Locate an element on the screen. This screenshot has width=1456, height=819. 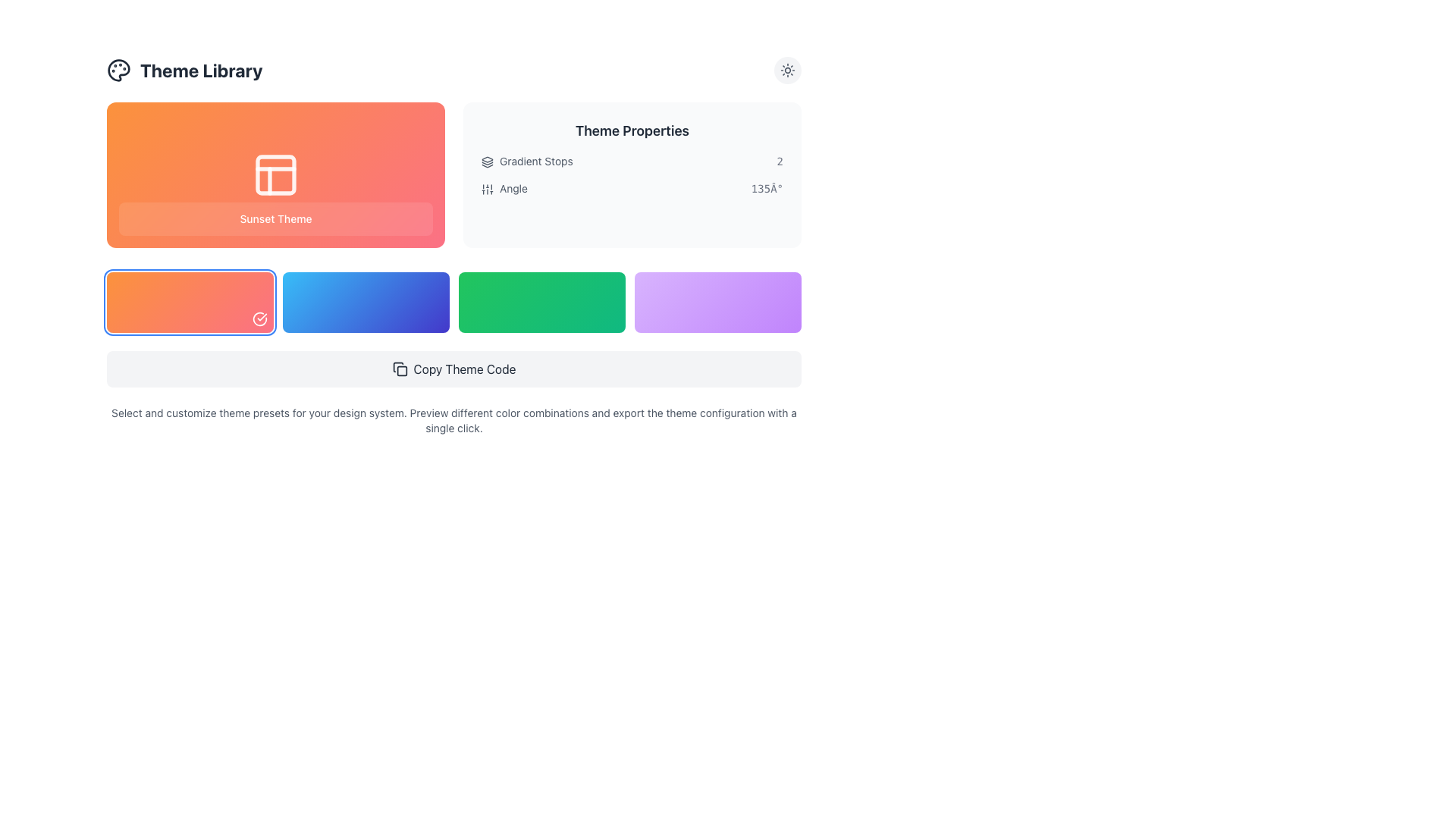
instructional text located directly below the 'Copy Theme Code' button, which guides users on selecting and customizing theme presets, previewing color combinations, and exporting configuration settings is located at coordinates (453, 421).